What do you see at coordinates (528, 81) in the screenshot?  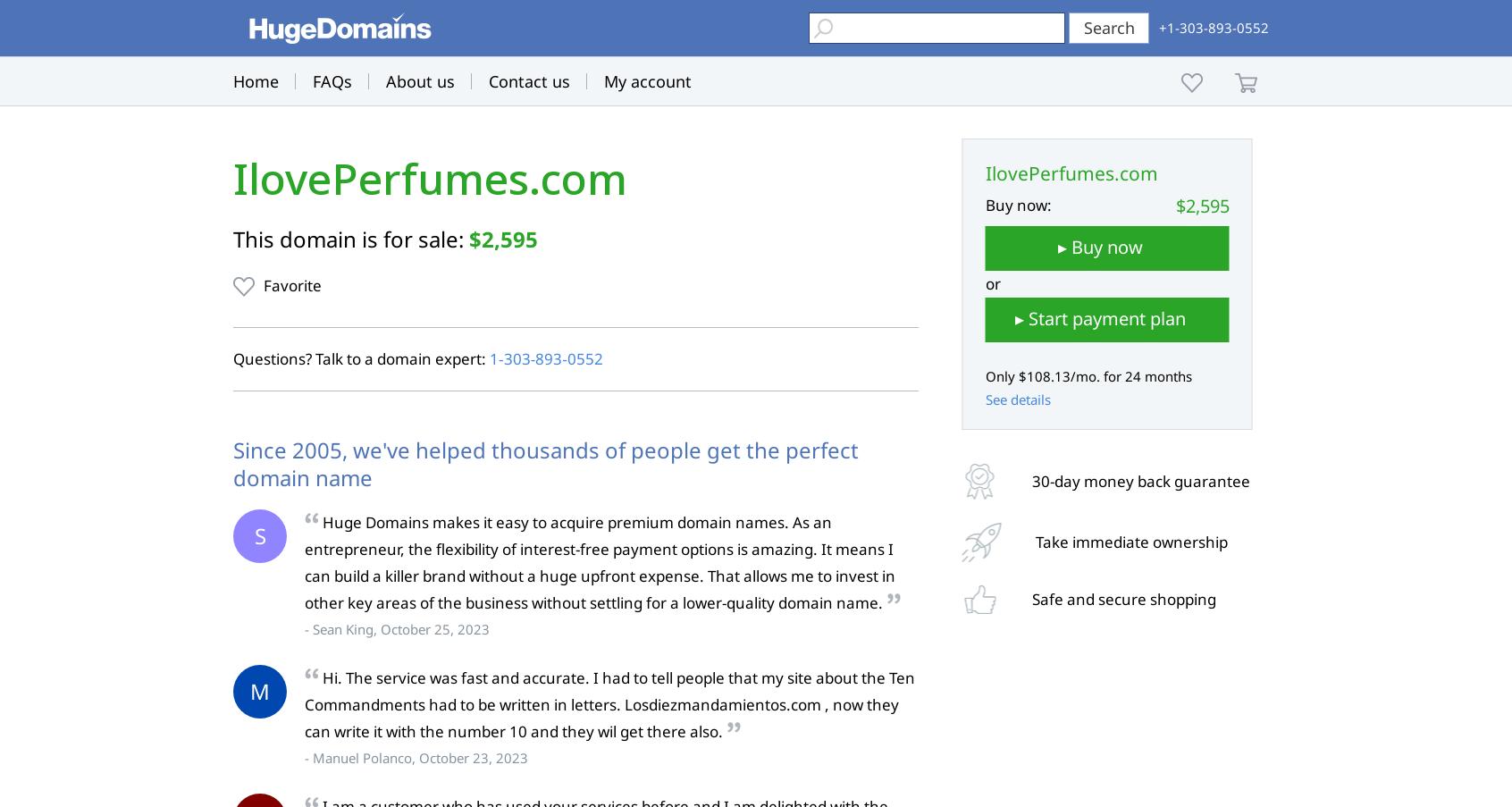 I see `'Contact us'` at bounding box center [528, 81].